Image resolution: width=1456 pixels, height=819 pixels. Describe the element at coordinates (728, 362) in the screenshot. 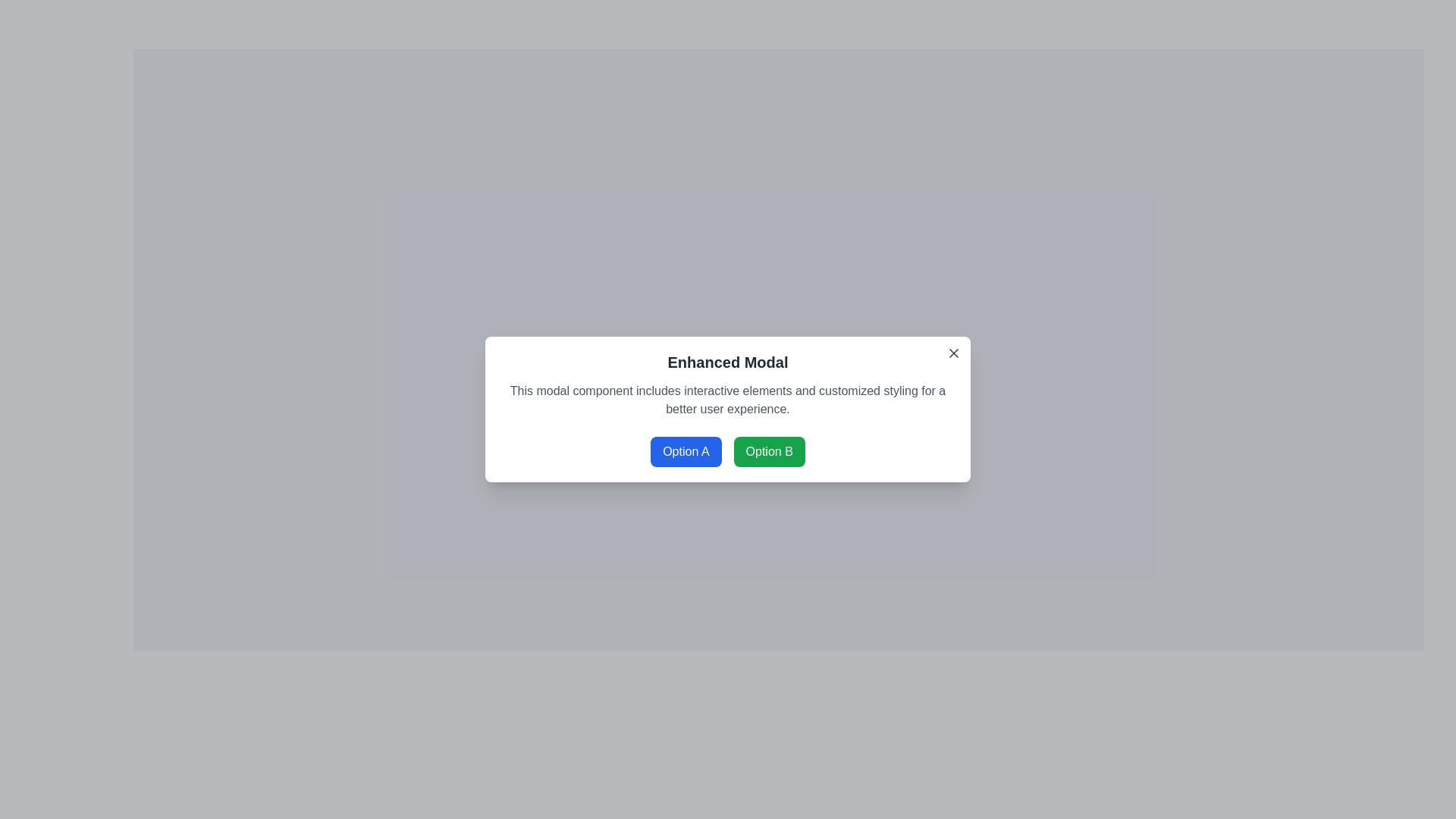

I see `the text element displaying 'Enhanced Modal' in bold at the top of the modal dialogue` at that location.